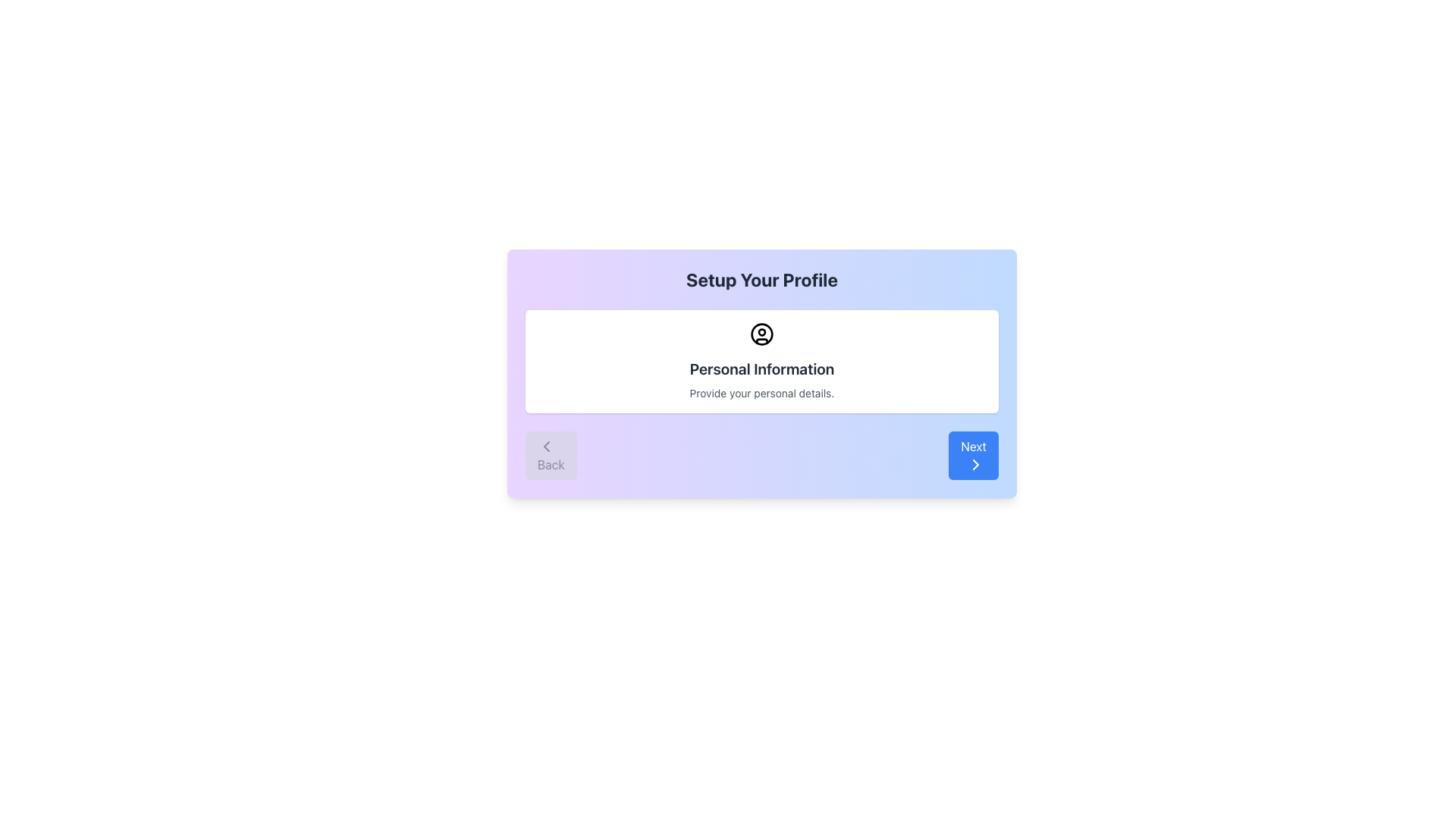  I want to click on the outer circular border of the user avatar icon in the 'Setup Your Profile' card section, so click(761, 333).